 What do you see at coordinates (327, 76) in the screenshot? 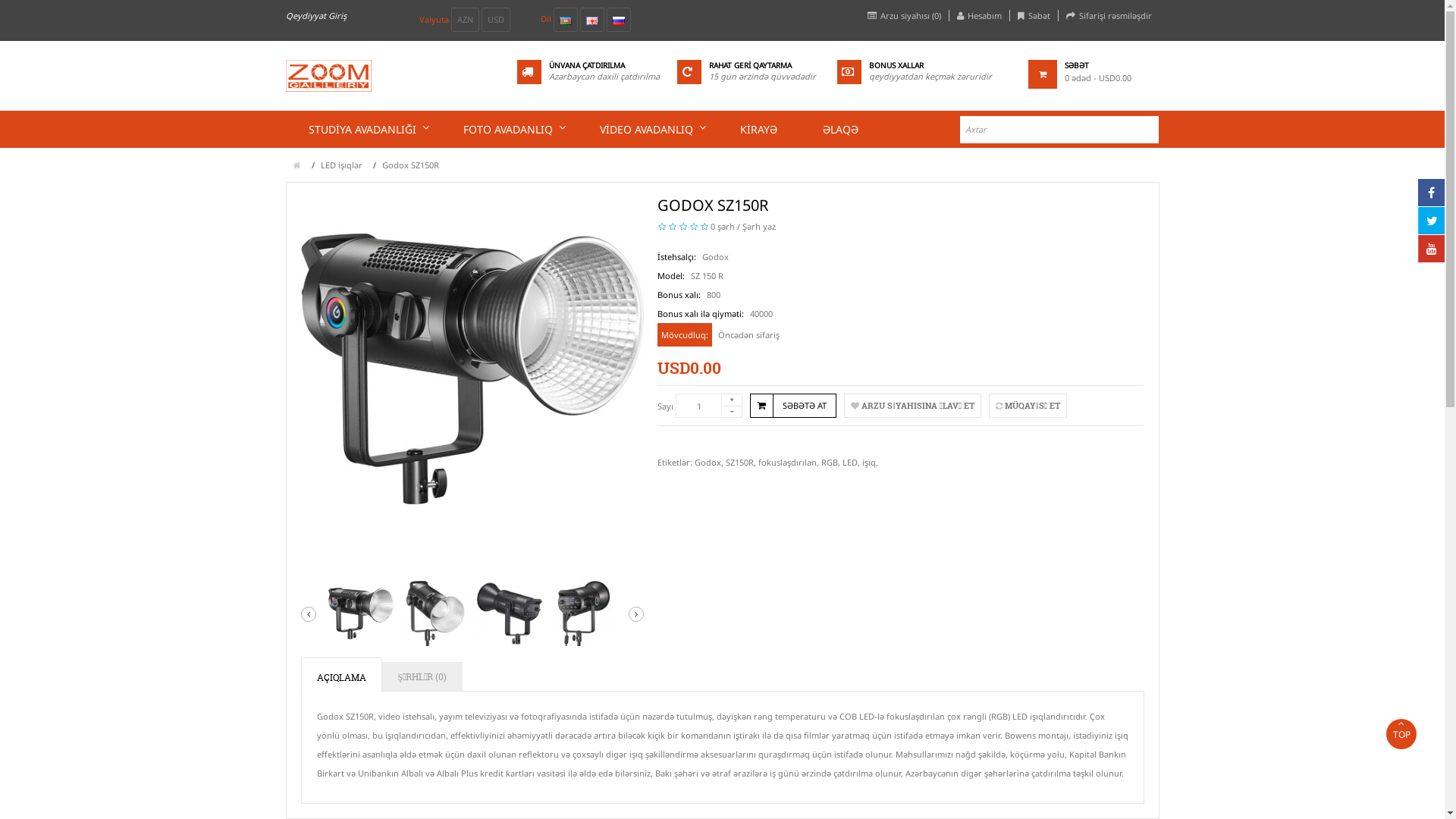
I see `'Zoom Gallery'` at bounding box center [327, 76].